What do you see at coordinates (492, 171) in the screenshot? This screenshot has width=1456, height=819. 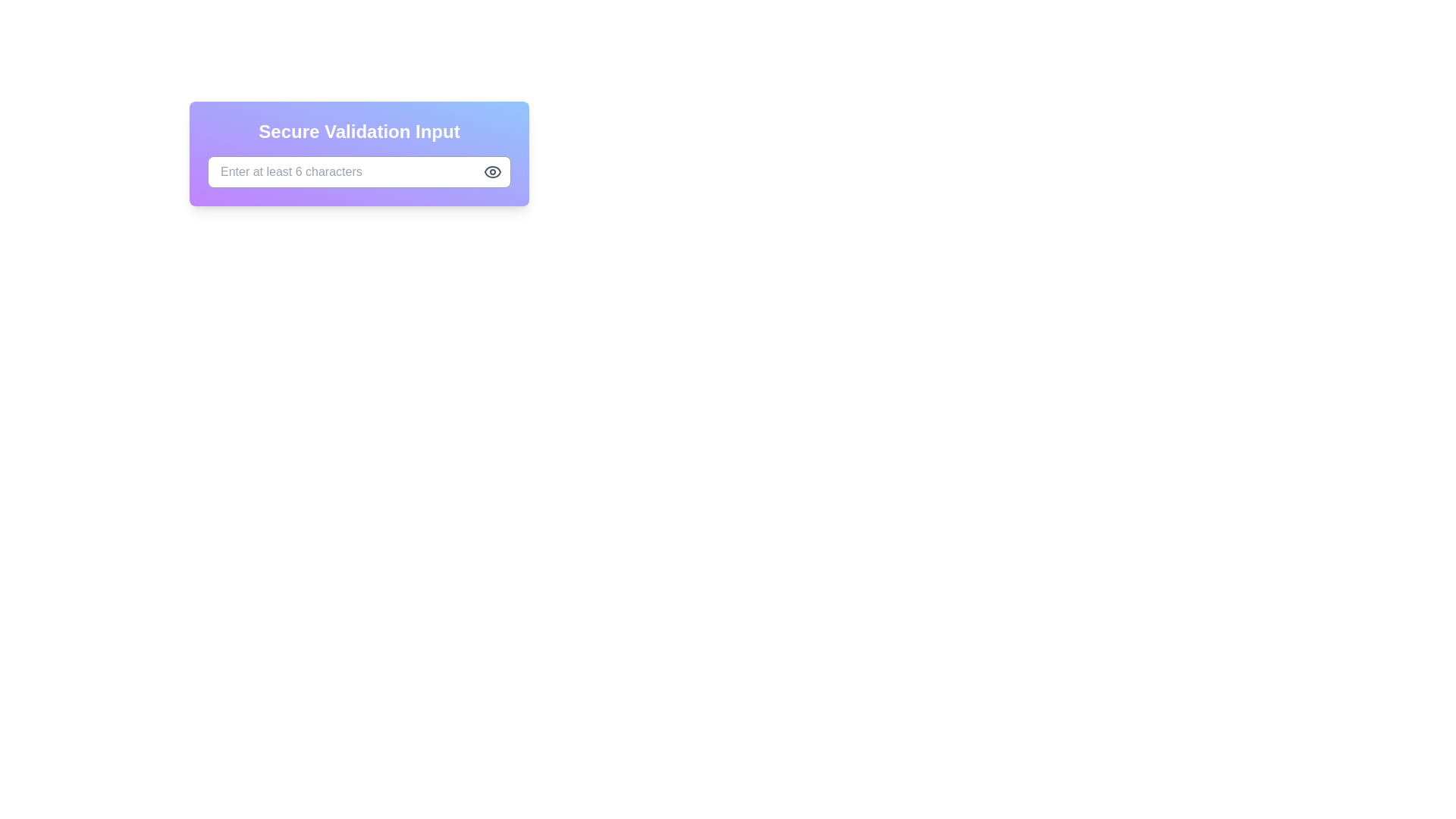 I see `the eye icon button located to the right of the password input field` at bounding box center [492, 171].